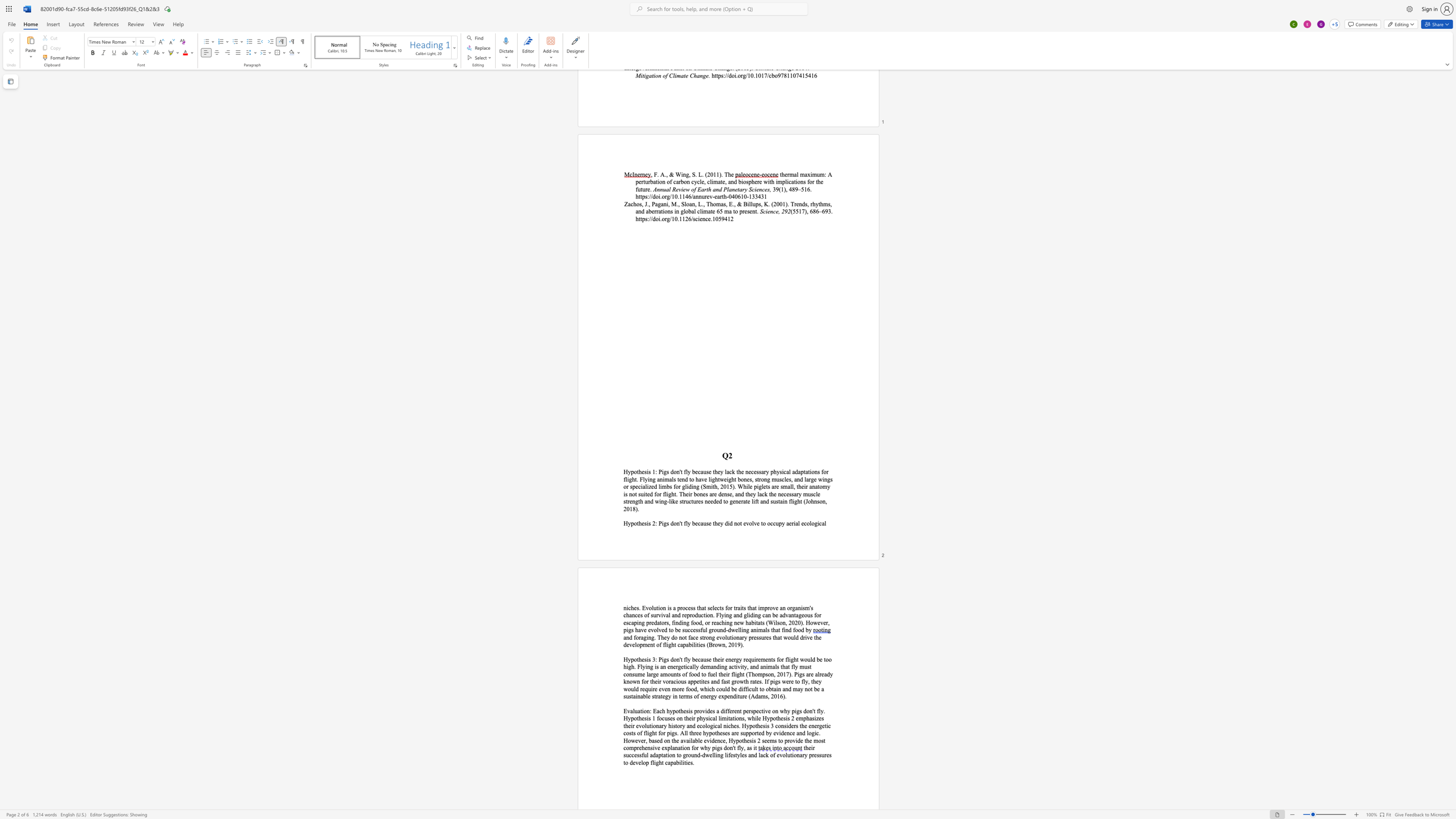  What do you see at coordinates (626, 522) in the screenshot?
I see `the 1th character "H" in the text` at bounding box center [626, 522].